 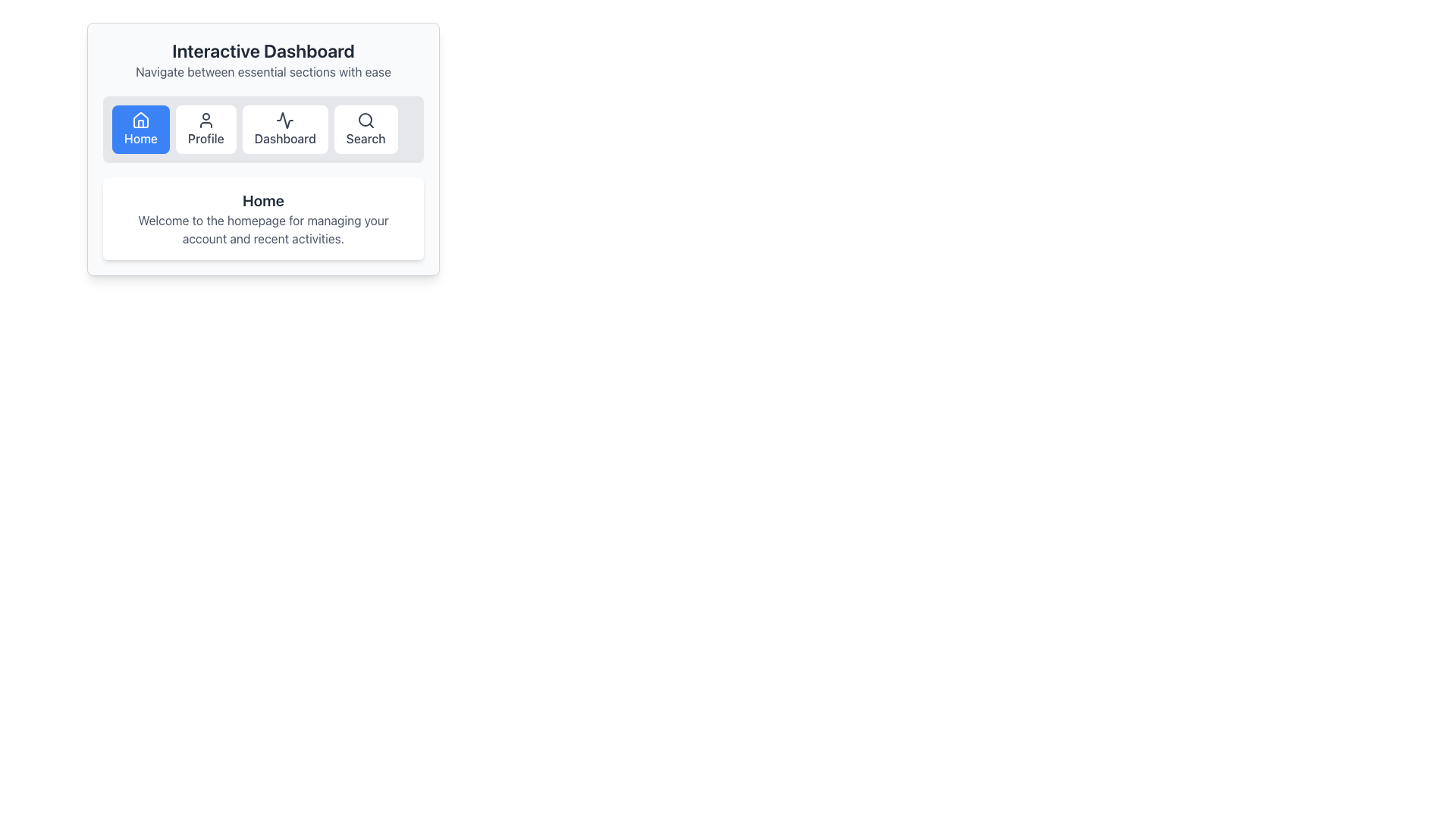 What do you see at coordinates (205, 138) in the screenshot?
I see `the 'Profile' text label, which is styled in bold and is part of the navigation bar` at bounding box center [205, 138].